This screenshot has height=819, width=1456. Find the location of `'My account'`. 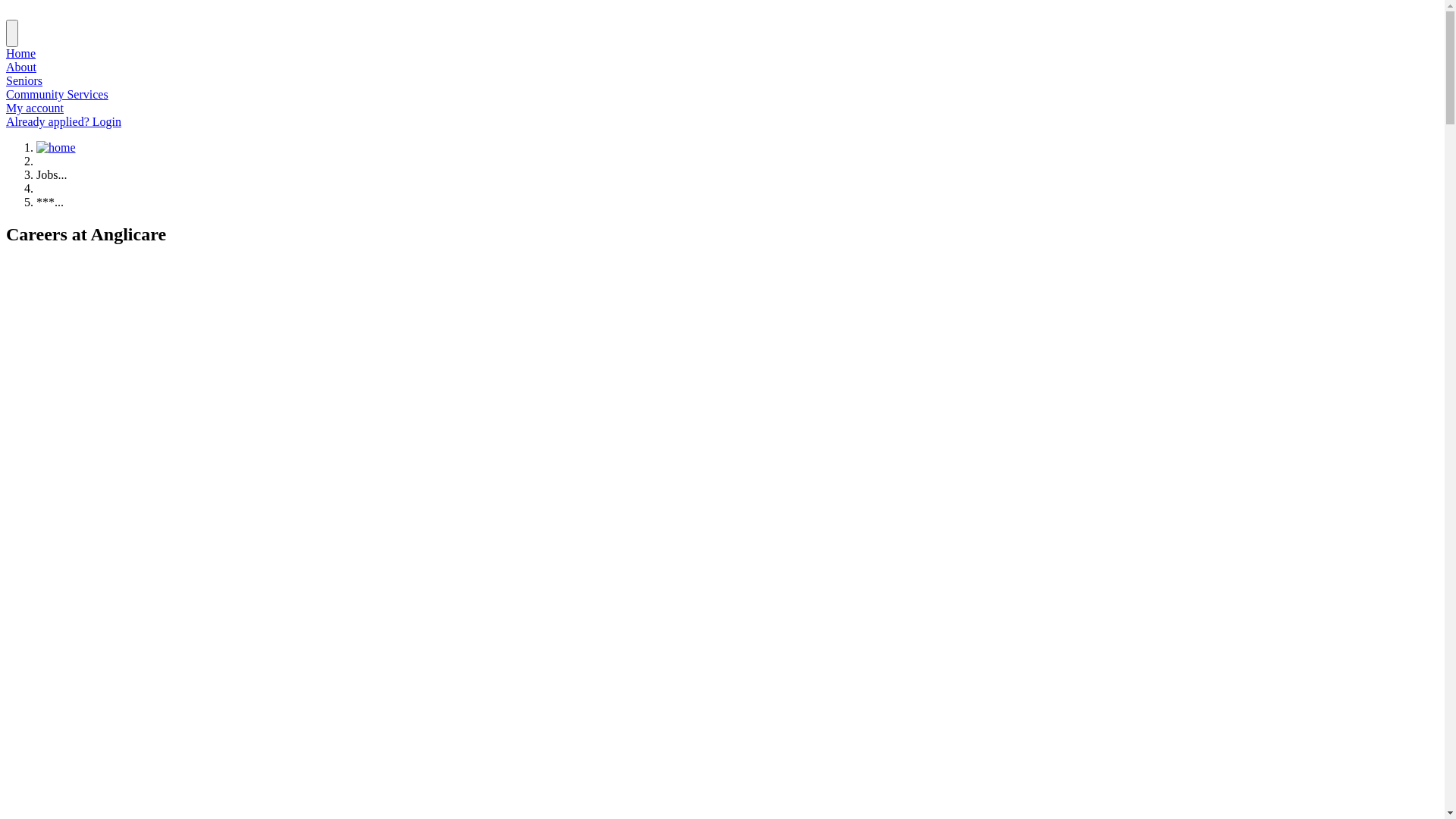

'My account' is located at coordinates (6, 107).